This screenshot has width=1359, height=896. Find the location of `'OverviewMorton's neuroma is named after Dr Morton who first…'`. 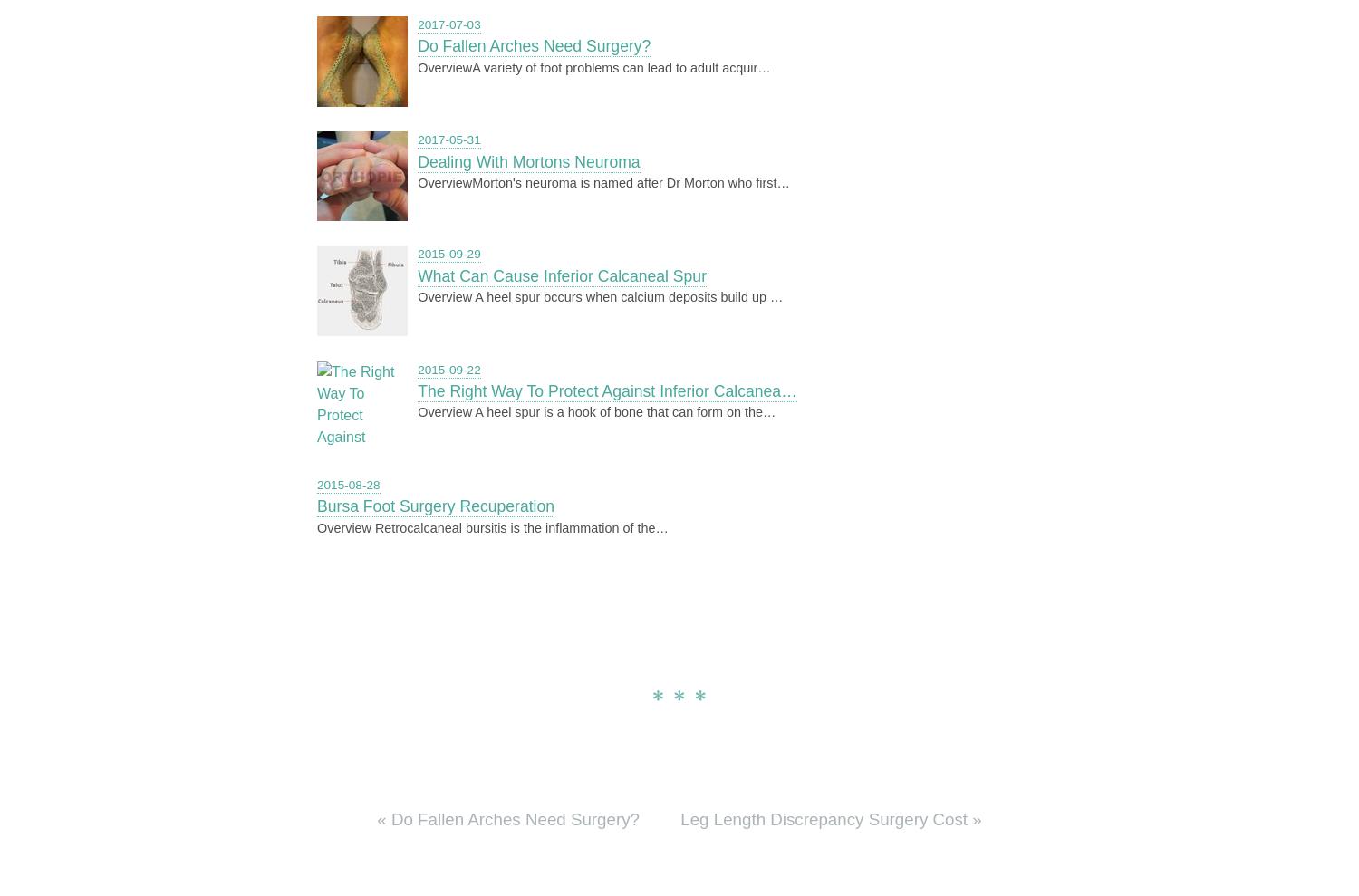

'OverviewMorton's neuroma is named after Dr Morton who first…' is located at coordinates (603, 182).